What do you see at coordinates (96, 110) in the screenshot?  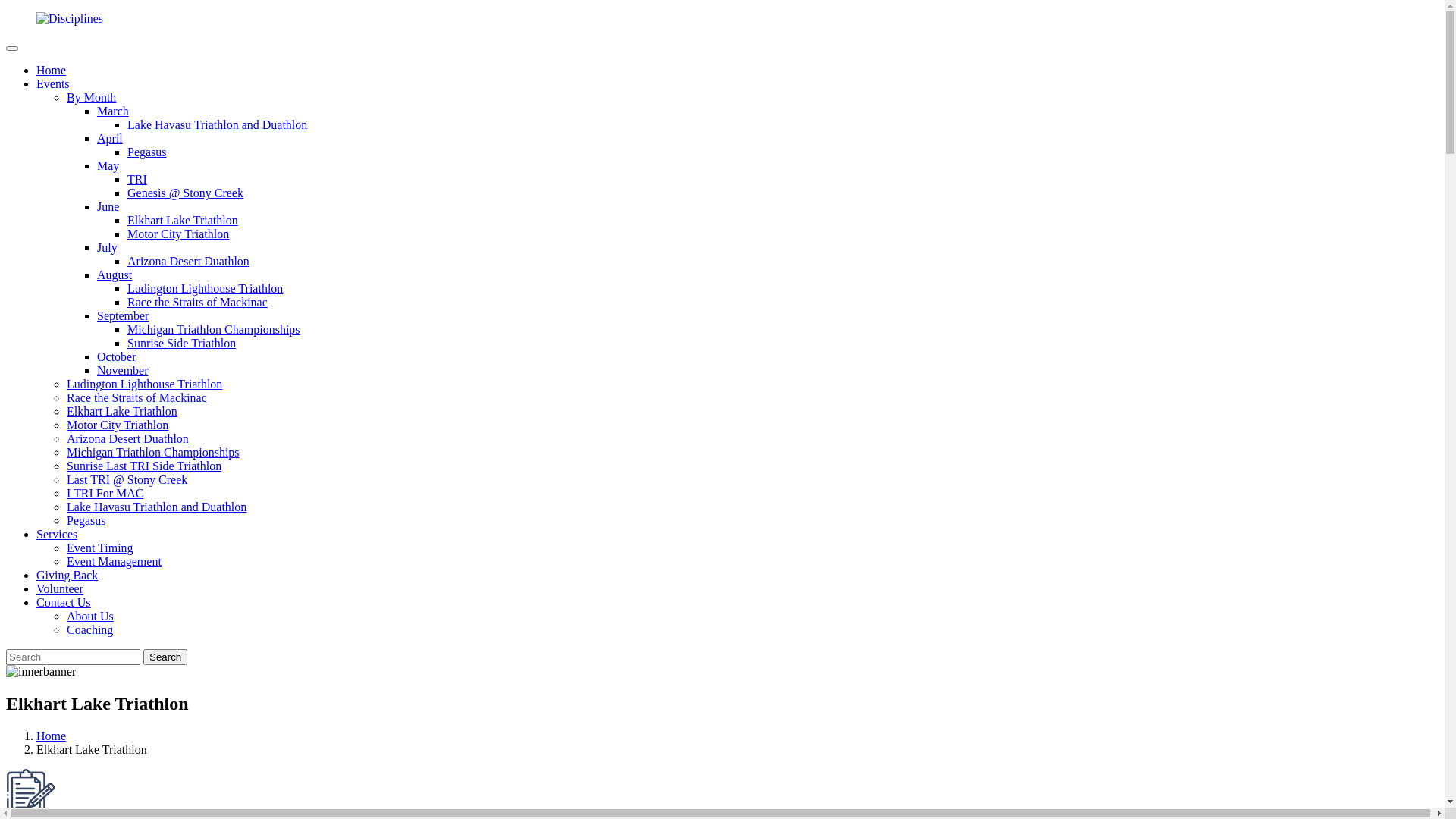 I see `'March'` at bounding box center [96, 110].